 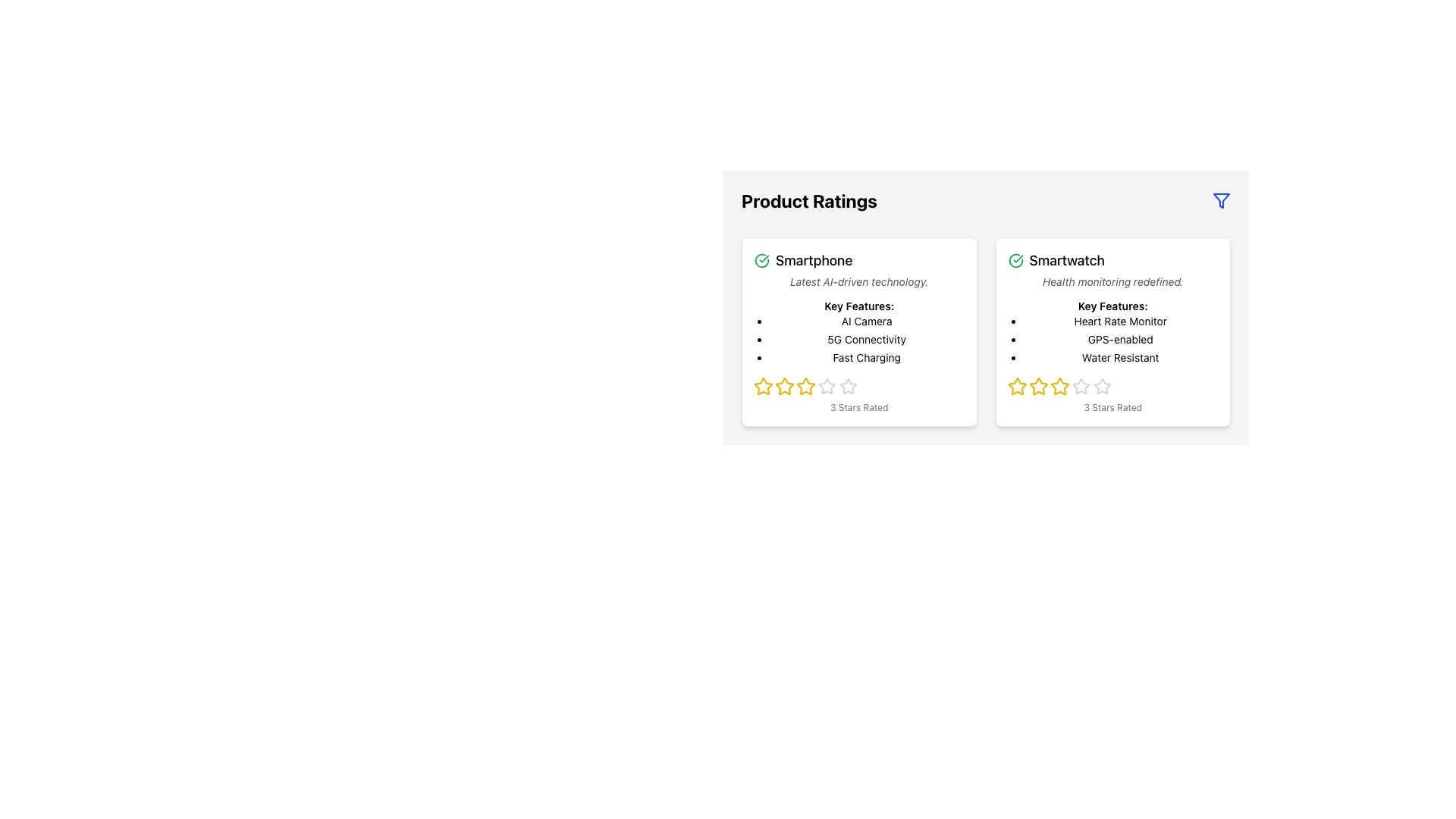 What do you see at coordinates (1120, 338) in the screenshot?
I see `text item stating 'GPS-enabled' in the second bullet point of the Smartwatch feature description card located in the right column` at bounding box center [1120, 338].